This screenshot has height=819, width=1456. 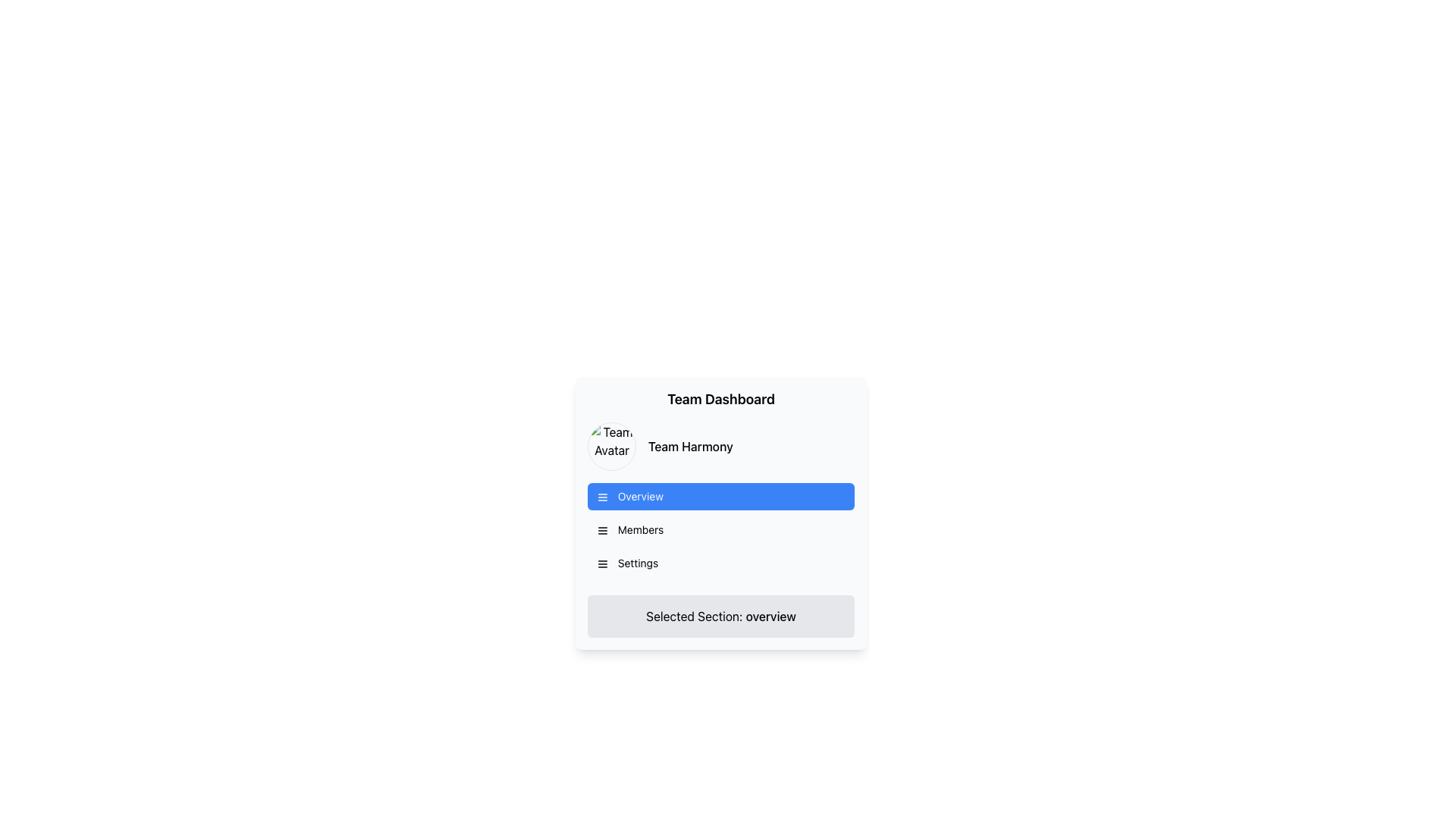 I want to click on title of the Text Heading located at the top center of the white card interface, which serves as a section title indicating the context or subject of the content within the card, so click(x=720, y=399).